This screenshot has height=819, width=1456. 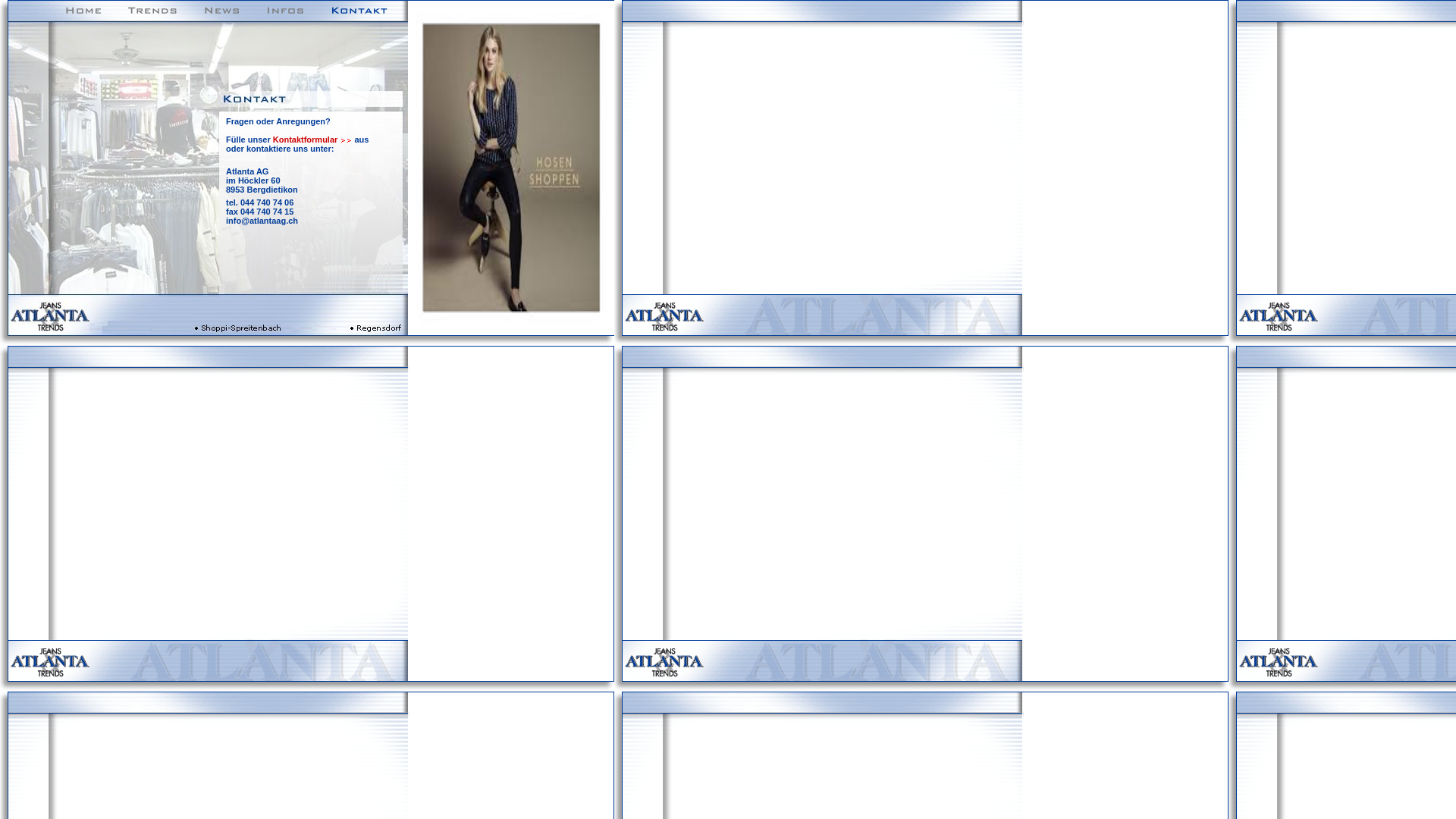 I want to click on 'Kontaktformular', so click(x=273, y=140).